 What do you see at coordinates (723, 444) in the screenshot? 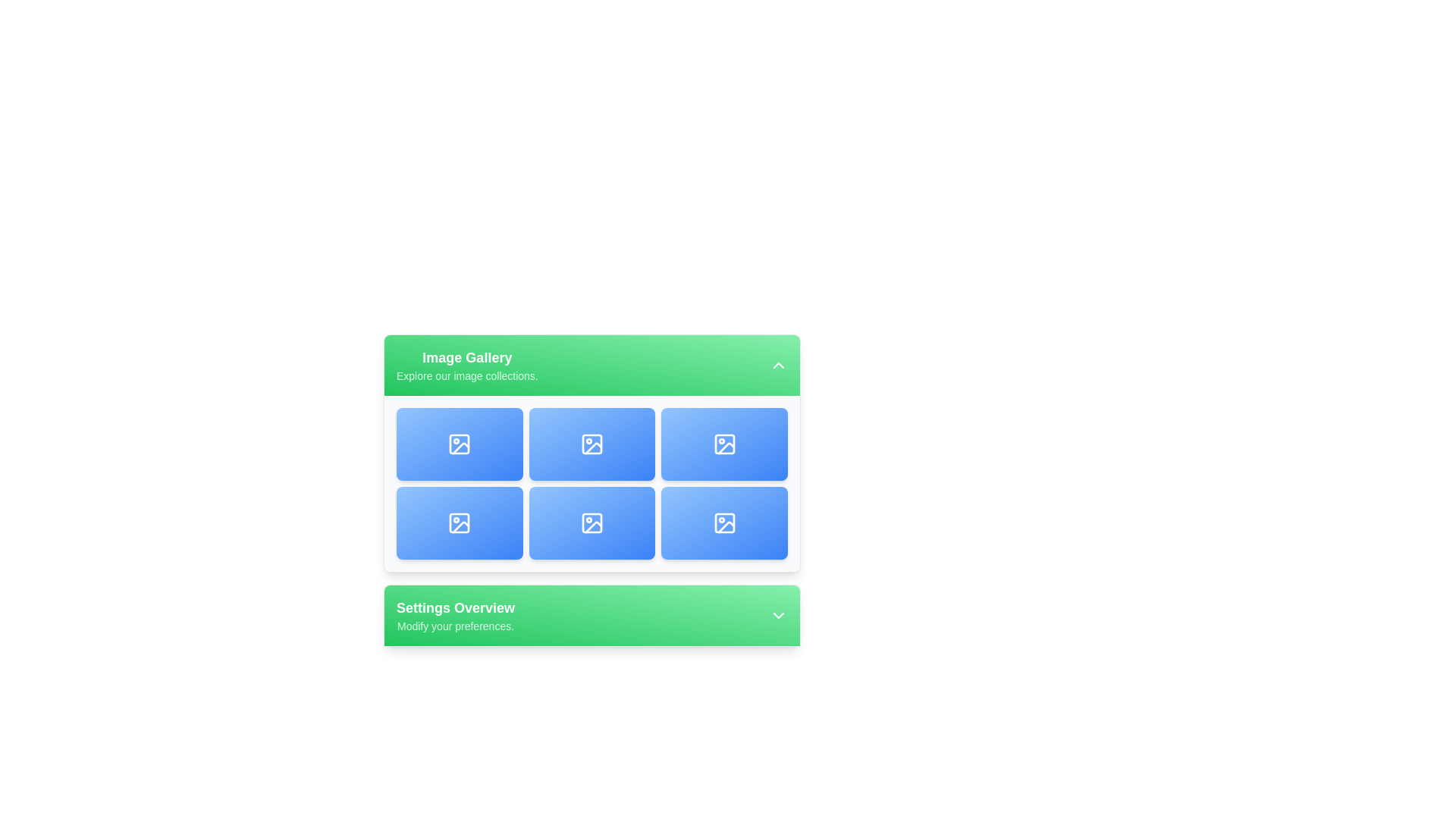
I see `the Image Icon, which is styled with a white color and located within a blue rectangular button in the bottom row, third column of the 'Image Gallery' section` at bounding box center [723, 444].